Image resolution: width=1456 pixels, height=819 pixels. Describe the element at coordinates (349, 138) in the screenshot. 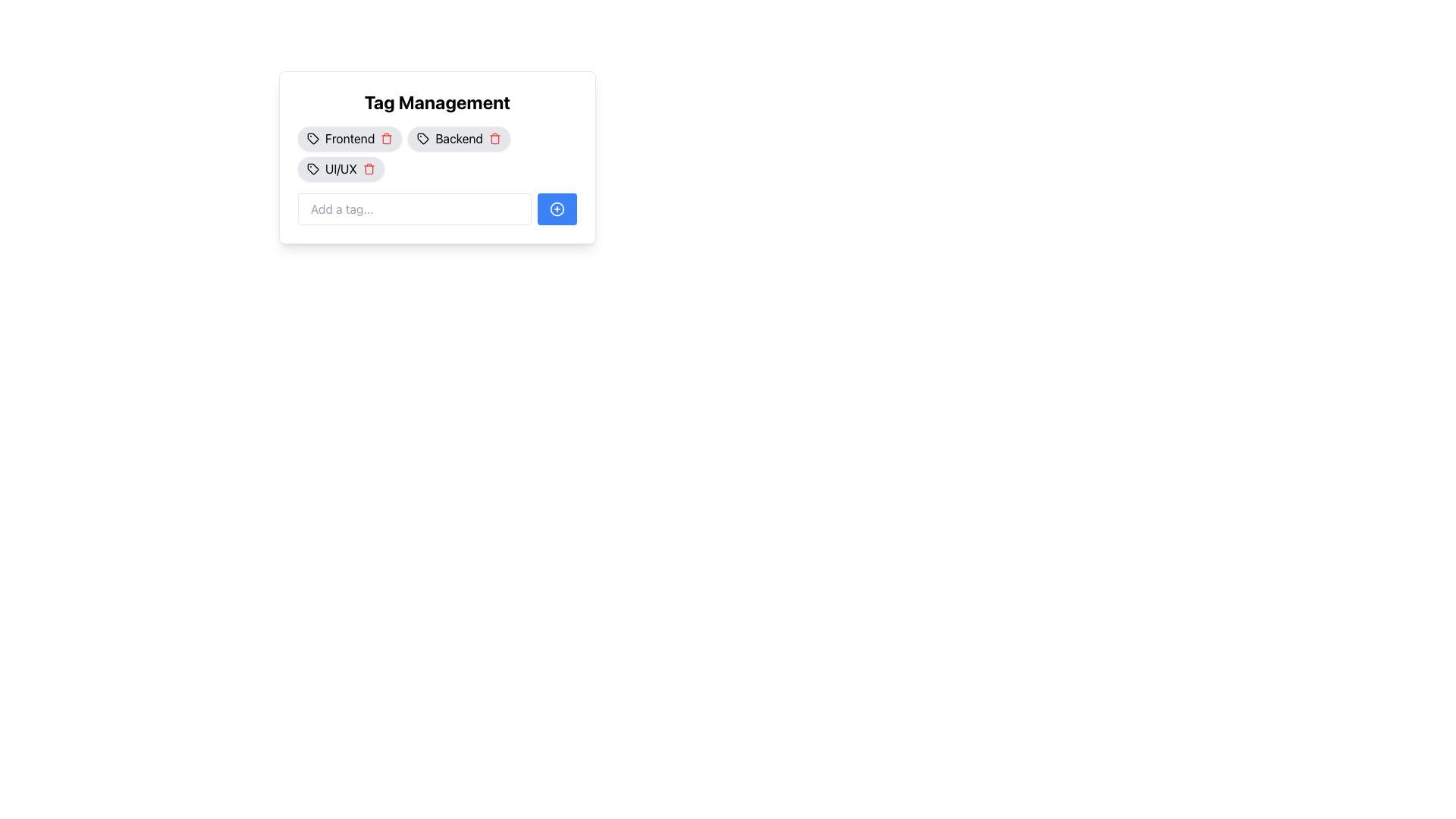

I see `the first tag item representing 'Frontend' in the Tag Management section` at that location.